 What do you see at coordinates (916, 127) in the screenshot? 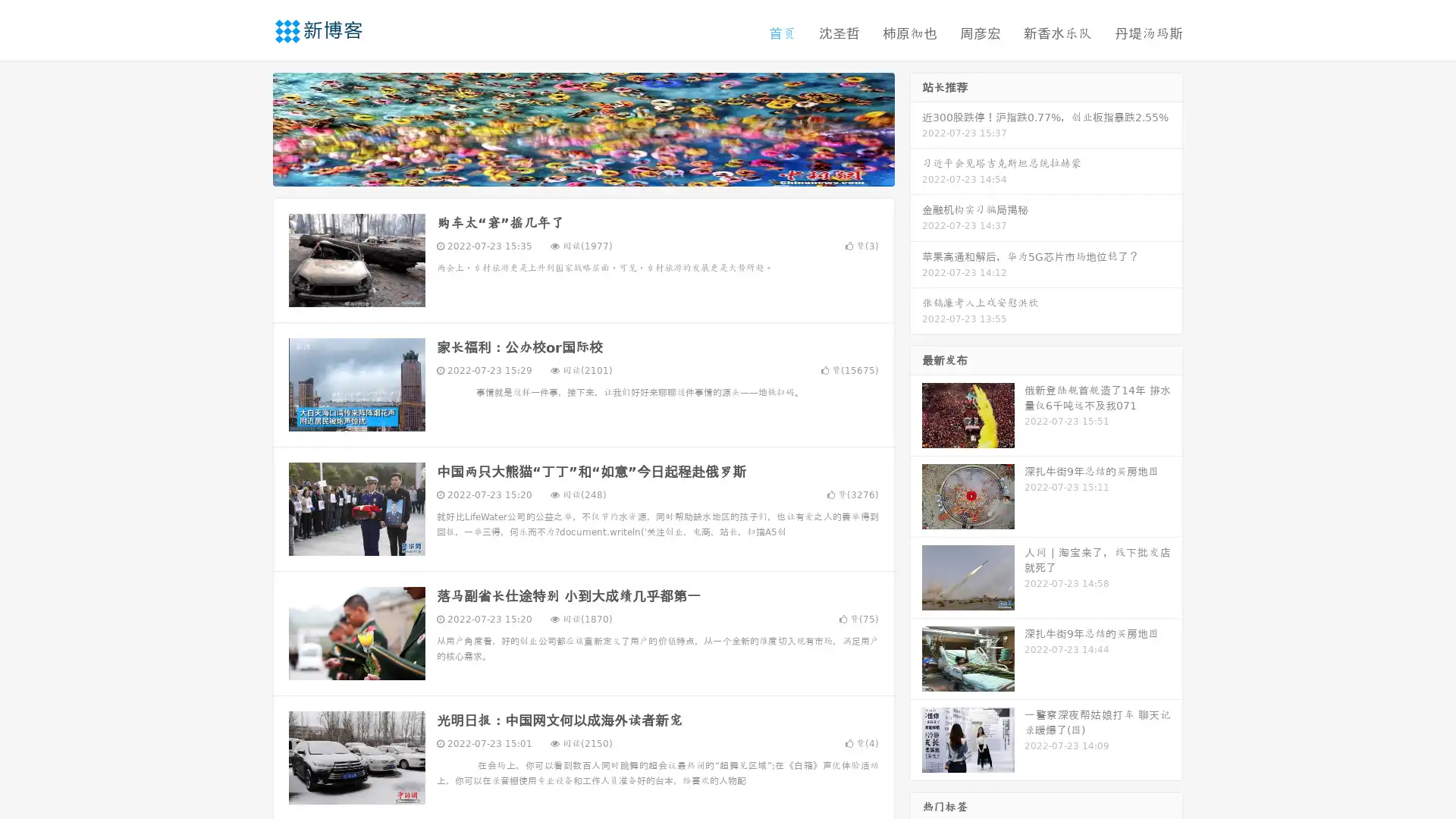
I see `Next slide` at bounding box center [916, 127].